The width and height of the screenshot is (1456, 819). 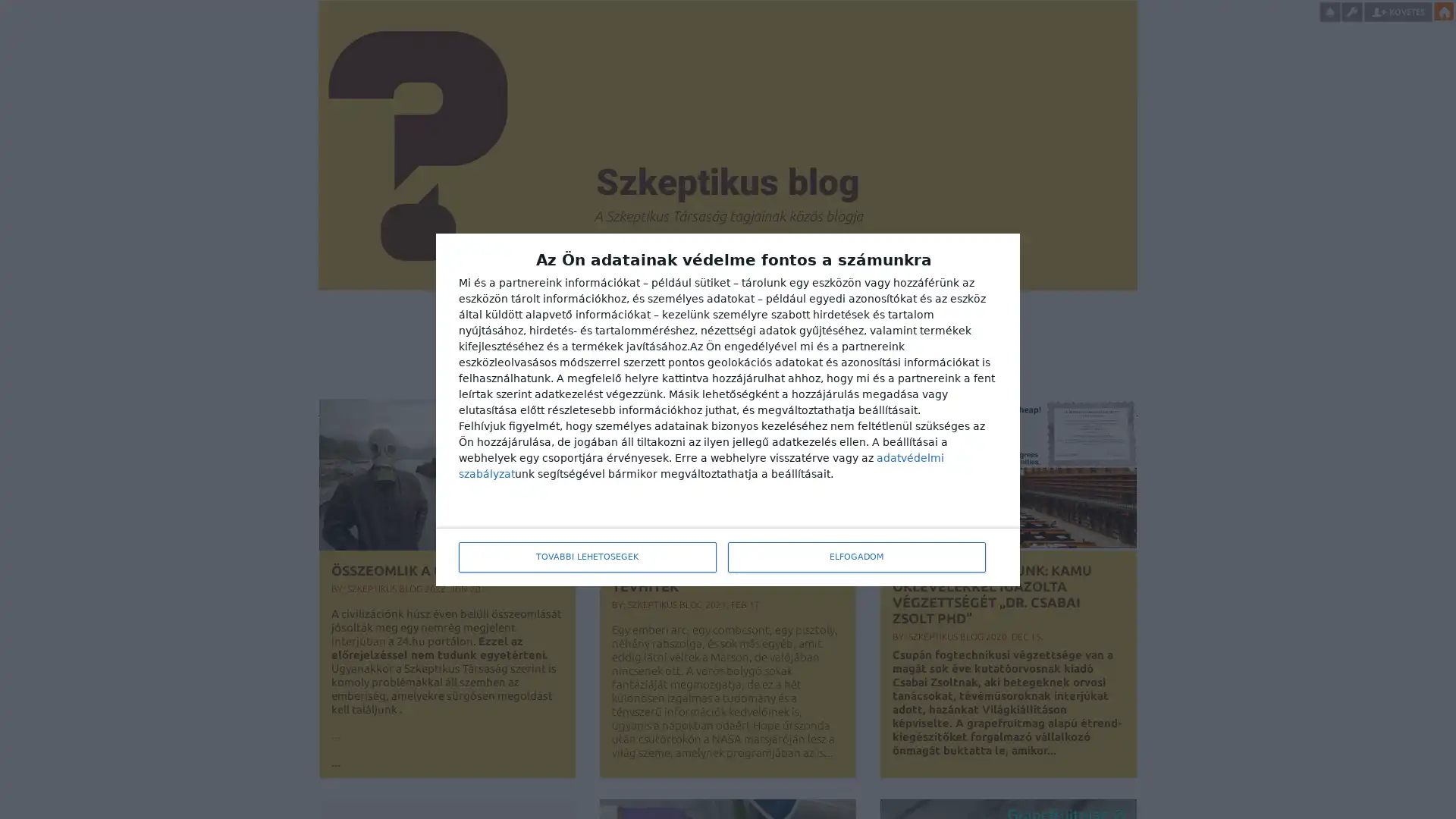 I want to click on ELFOGADOM, so click(x=856, y=556).